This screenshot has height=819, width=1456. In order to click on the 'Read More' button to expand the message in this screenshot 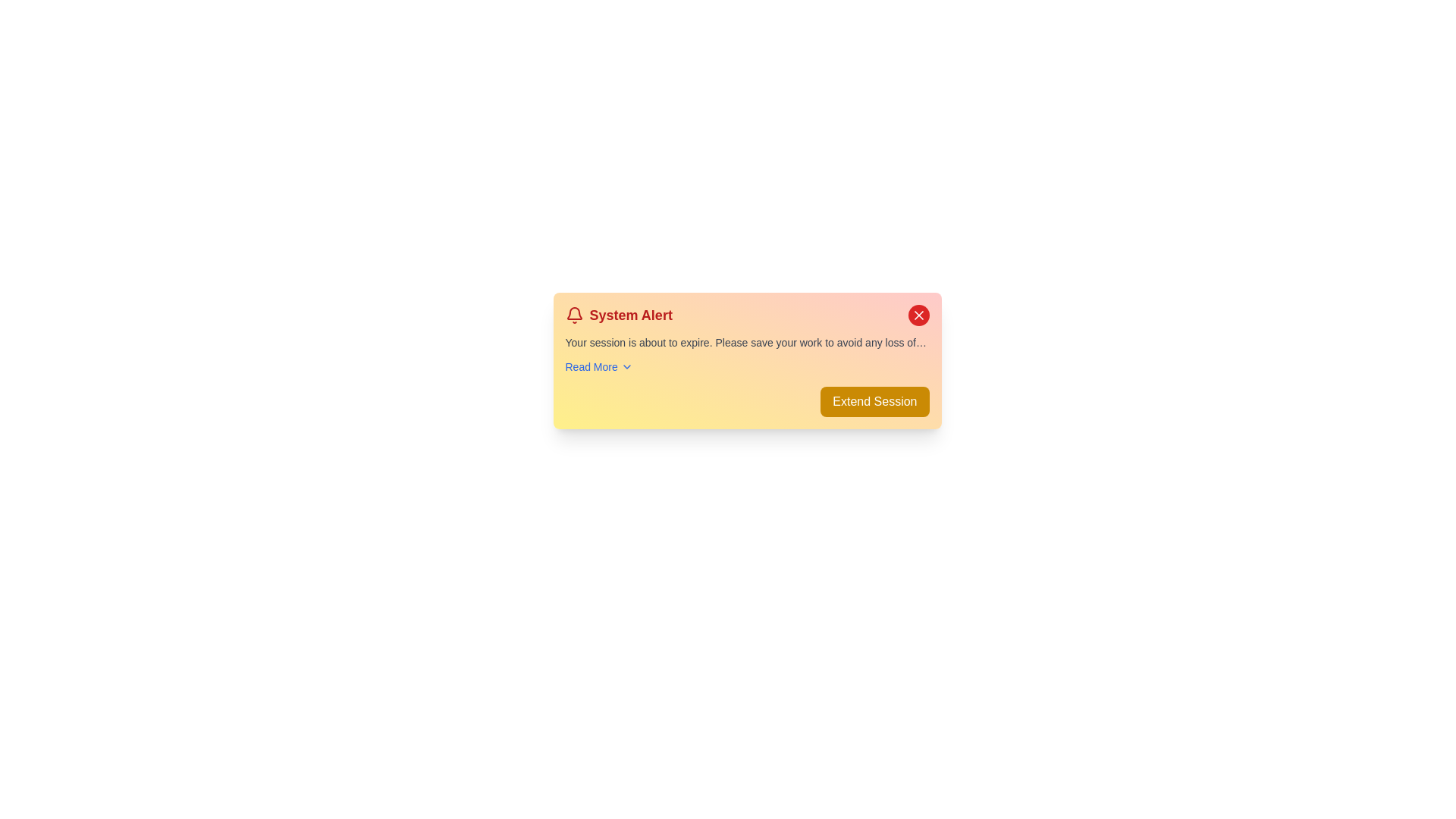, I will do `click(598, 366)`.